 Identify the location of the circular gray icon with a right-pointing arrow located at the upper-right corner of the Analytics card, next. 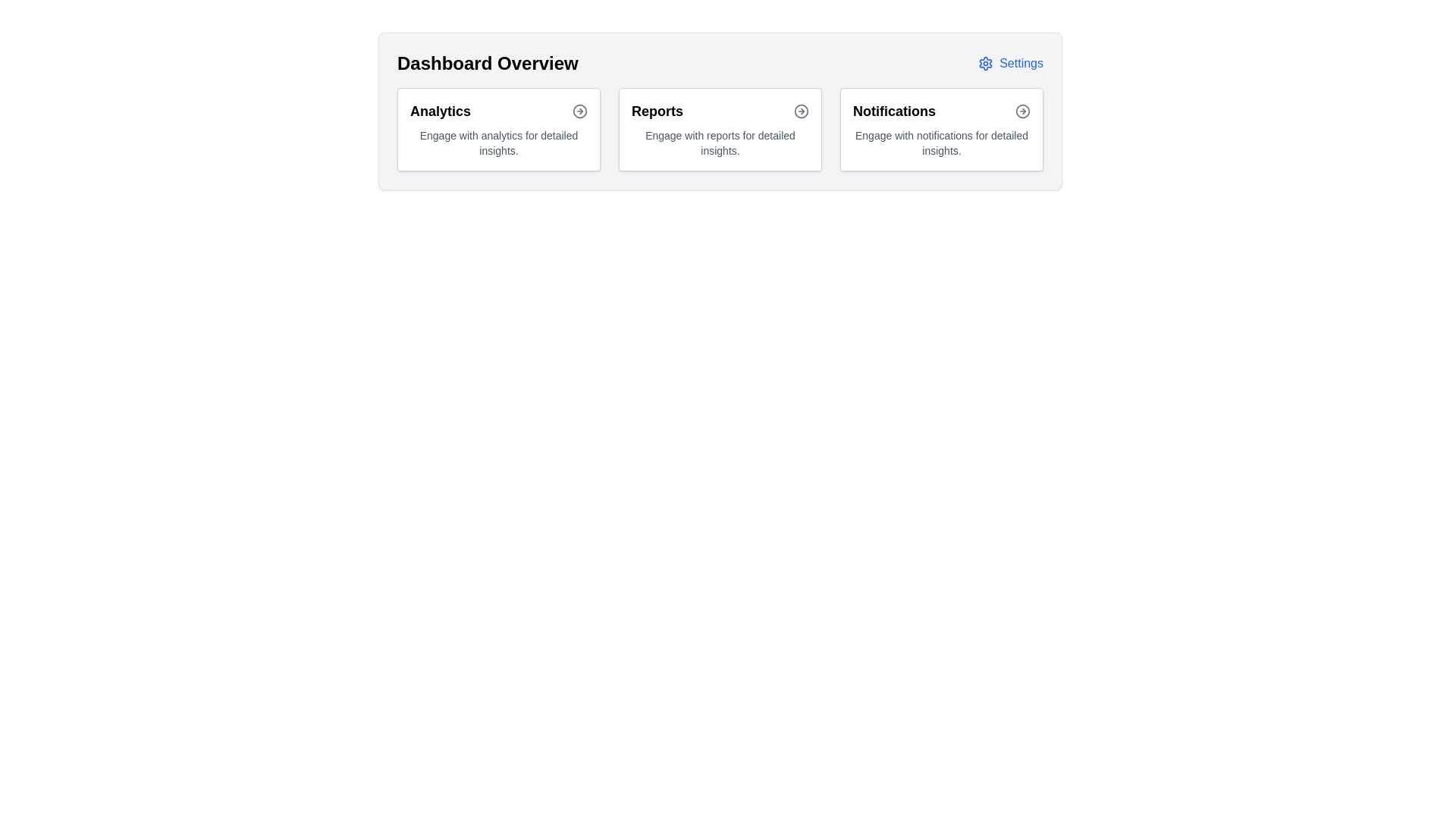
(579, 110).